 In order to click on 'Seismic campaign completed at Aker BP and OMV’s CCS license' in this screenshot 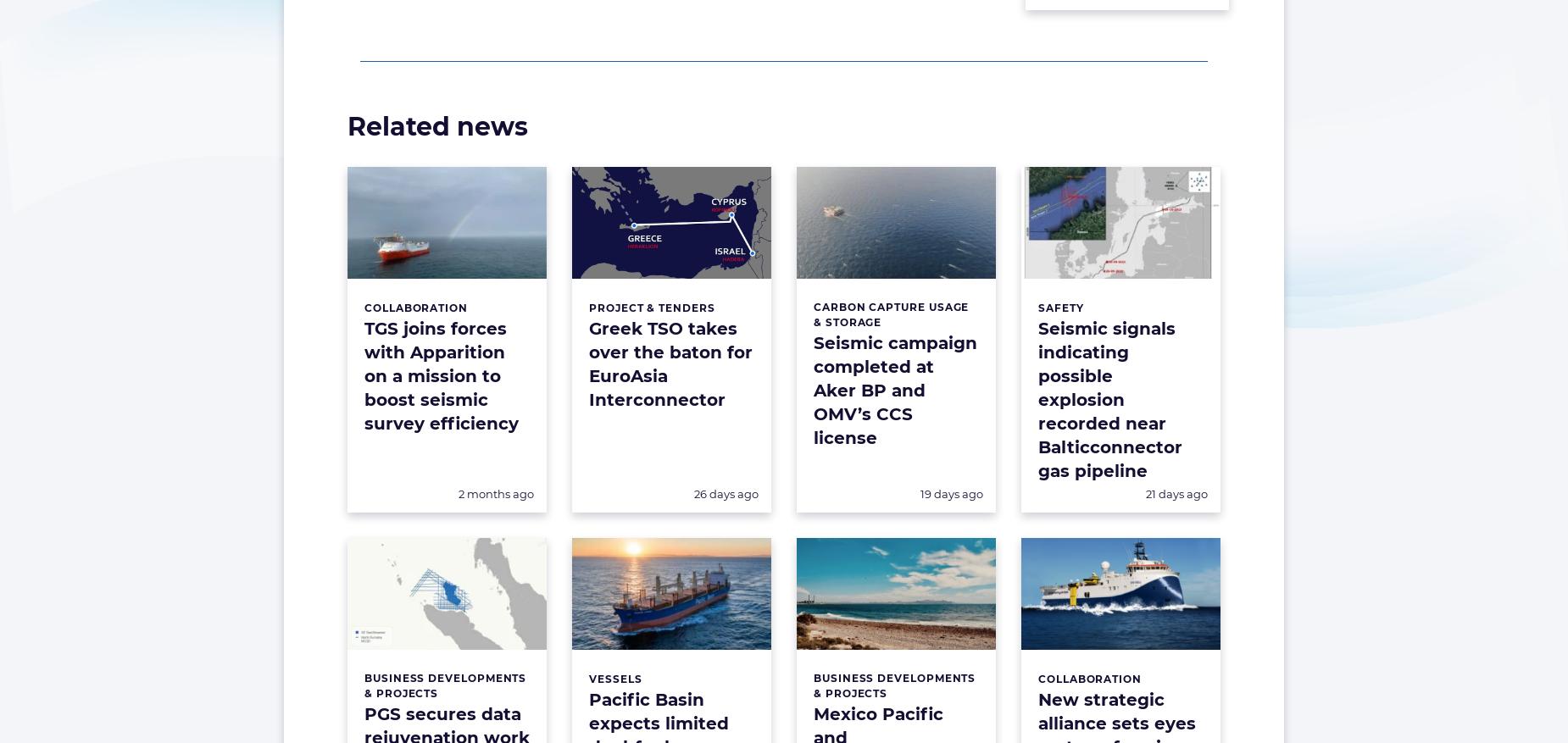, I will do `click(894, 389)`.